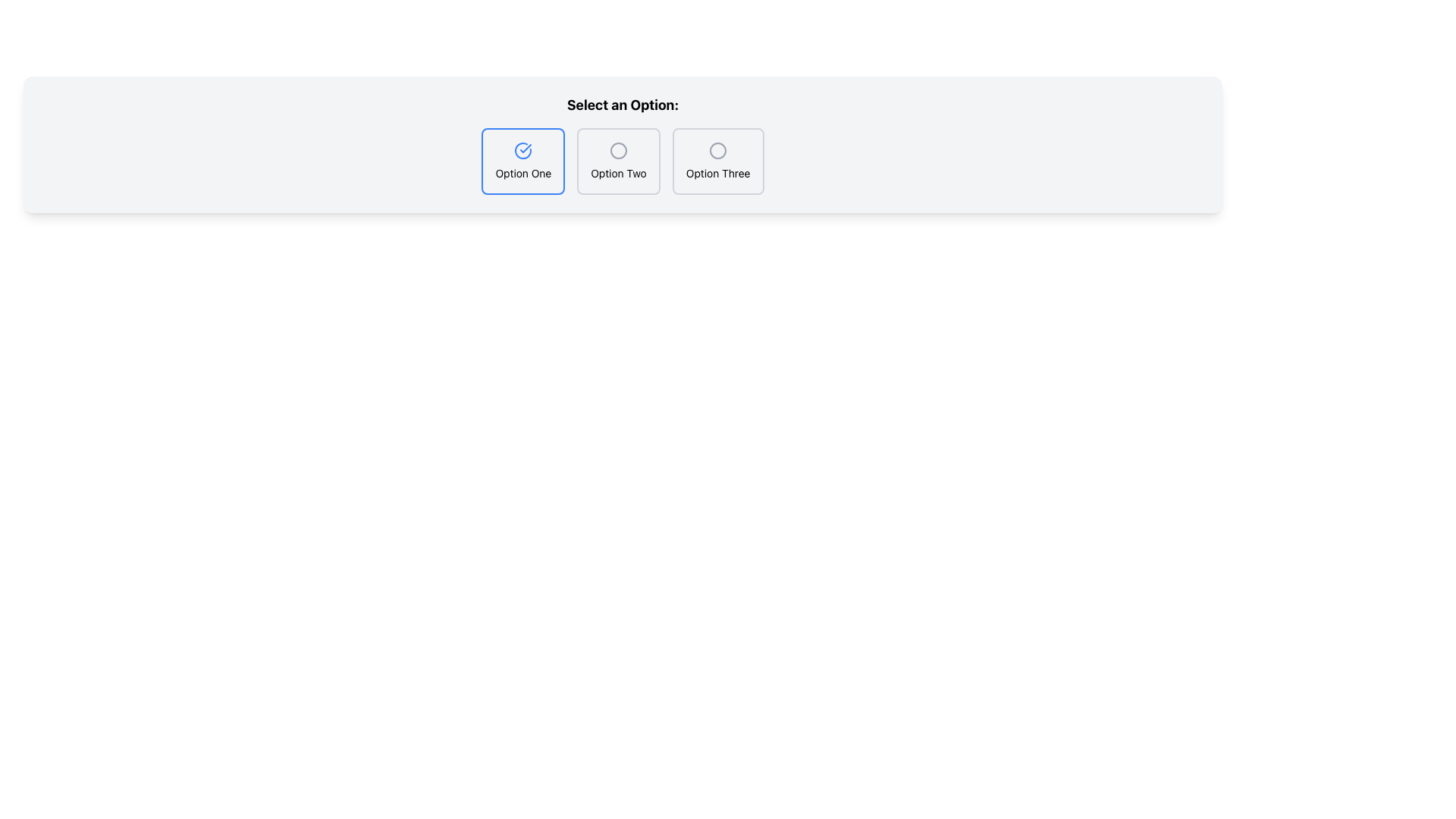 The width and height of the screenshot is (1456, 819). I want to click on the radio button indicator, which is a circle with a light gray outline and a white fill, located within the second option labeled 'Option Two' in the horizontal choice group, so click(619, 151).